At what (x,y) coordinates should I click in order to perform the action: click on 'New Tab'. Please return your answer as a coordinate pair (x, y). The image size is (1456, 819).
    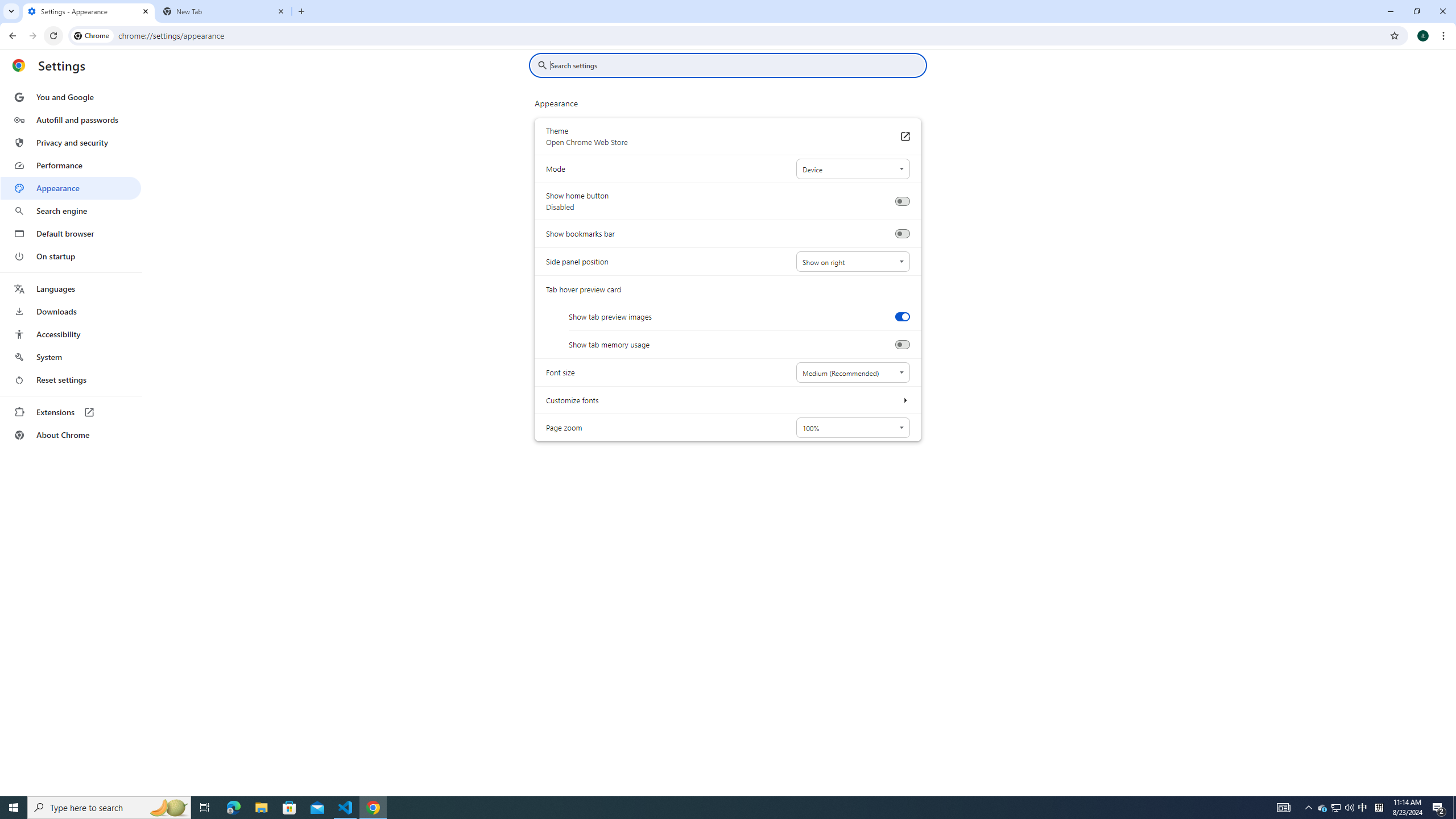
    Looking at the image, I should click on (224, 11).